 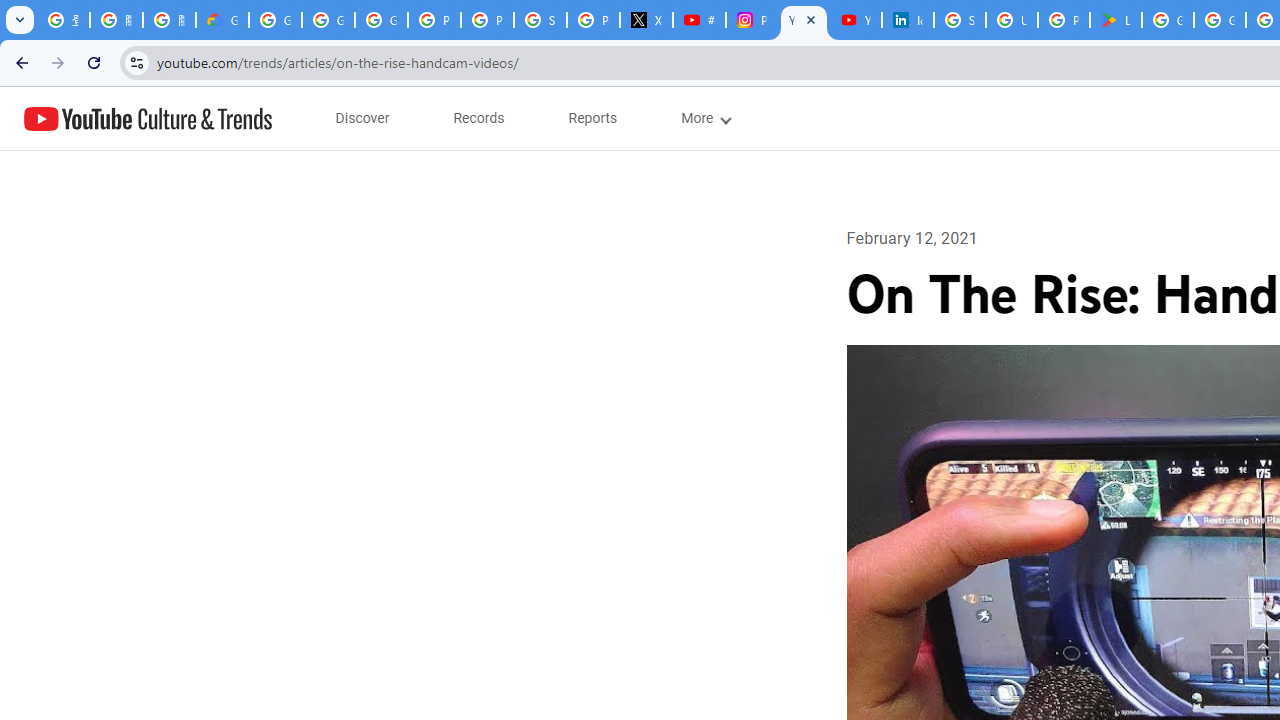 I want to click on 'Sign in - Google Accounts', so click(x=960, y=20).